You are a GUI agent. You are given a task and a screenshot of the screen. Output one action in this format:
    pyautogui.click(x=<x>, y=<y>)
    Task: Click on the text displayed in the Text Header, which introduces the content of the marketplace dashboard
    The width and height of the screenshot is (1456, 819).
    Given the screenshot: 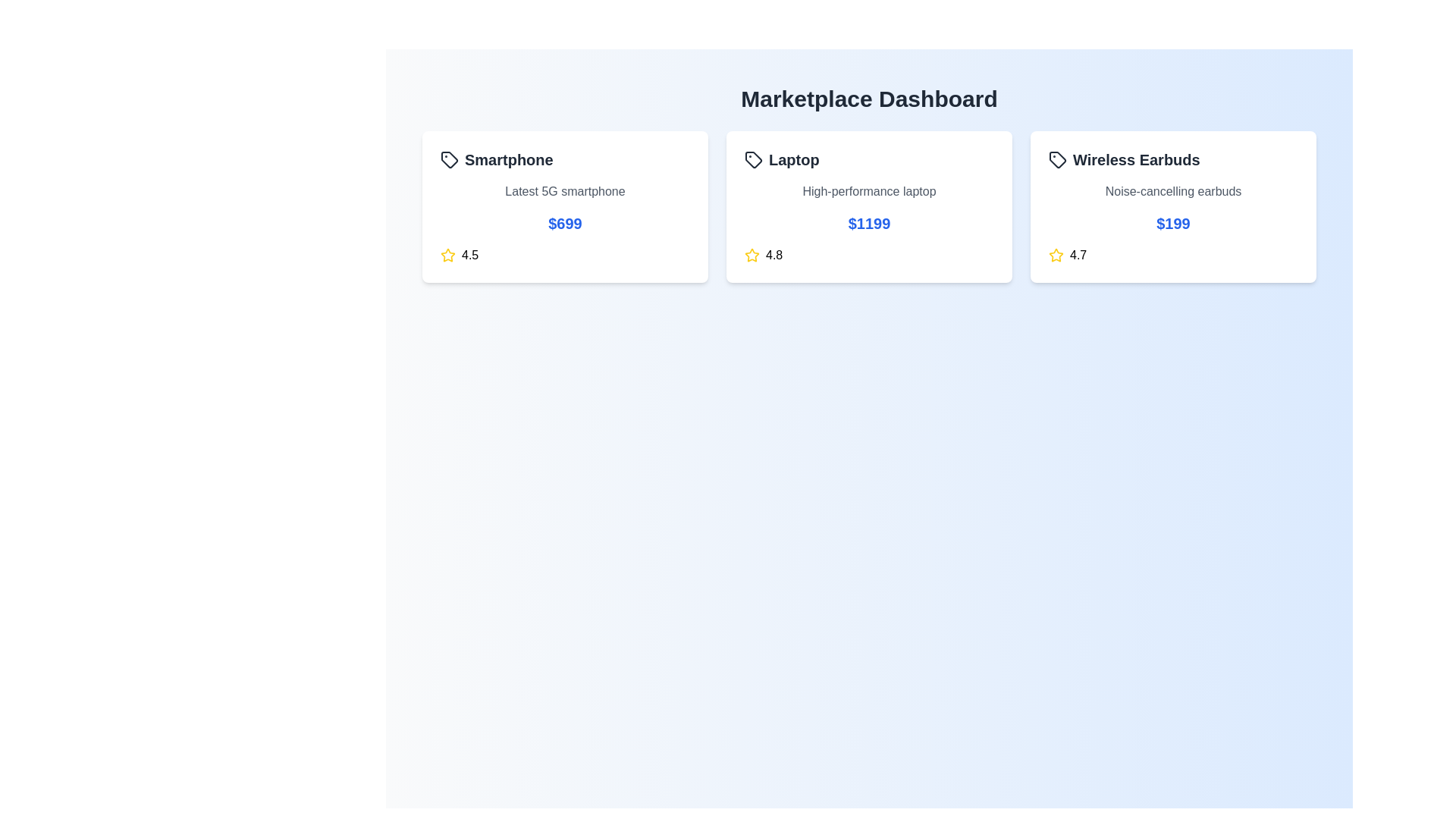 What is the action you would take?
    pyautogui.click(x=869, y=99)
    